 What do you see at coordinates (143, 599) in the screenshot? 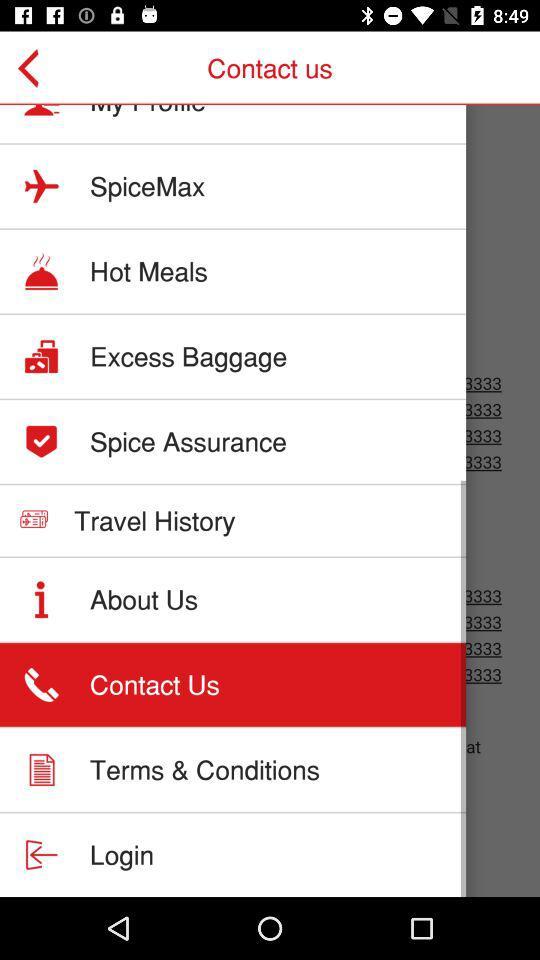
I see `about us item` at bounding box center [143, 599].